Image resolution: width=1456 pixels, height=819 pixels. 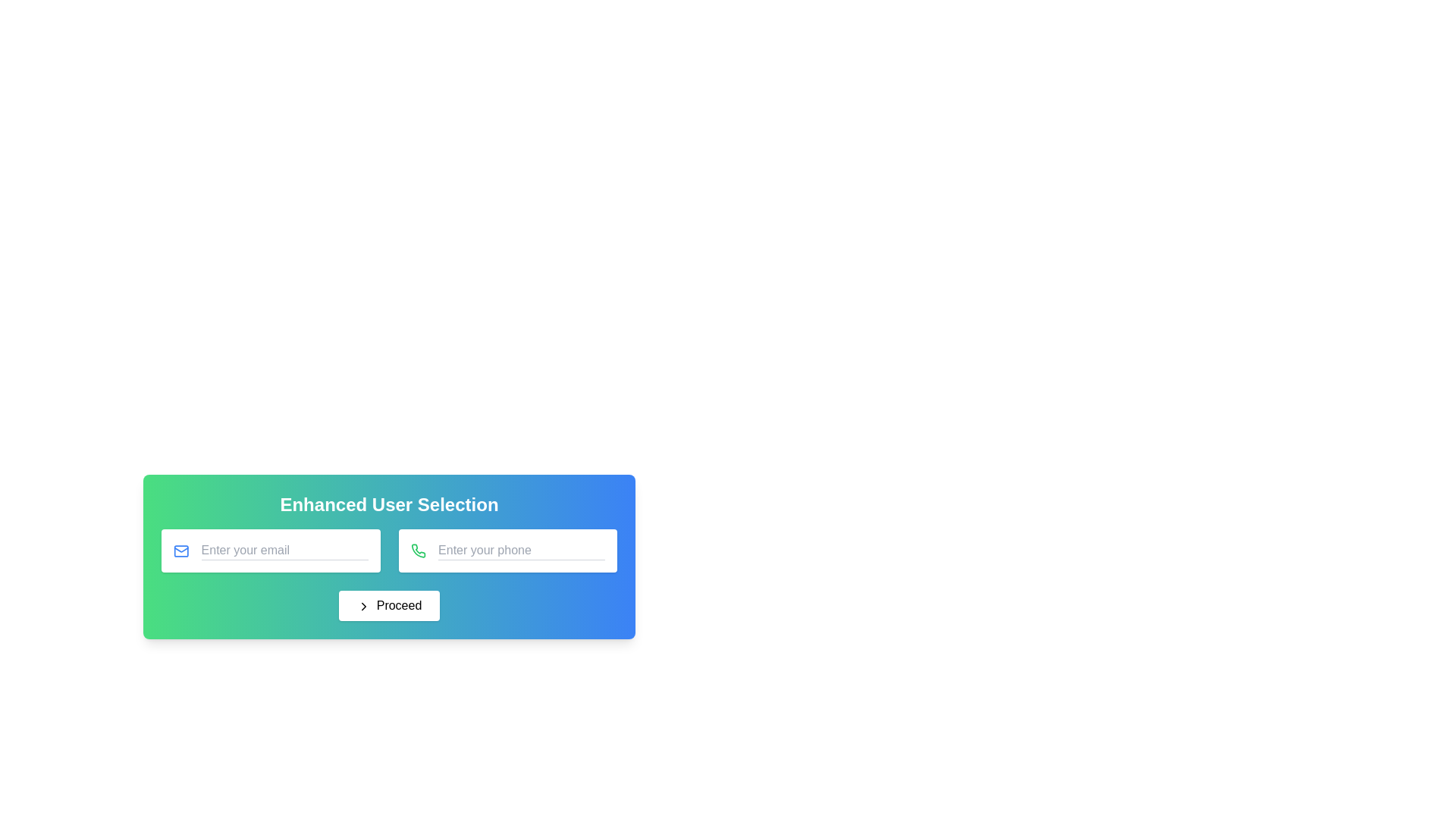 I want to click on the action trigger button located at the bottom-central section of the interface to observe the color change, so click(x=389, y=604).